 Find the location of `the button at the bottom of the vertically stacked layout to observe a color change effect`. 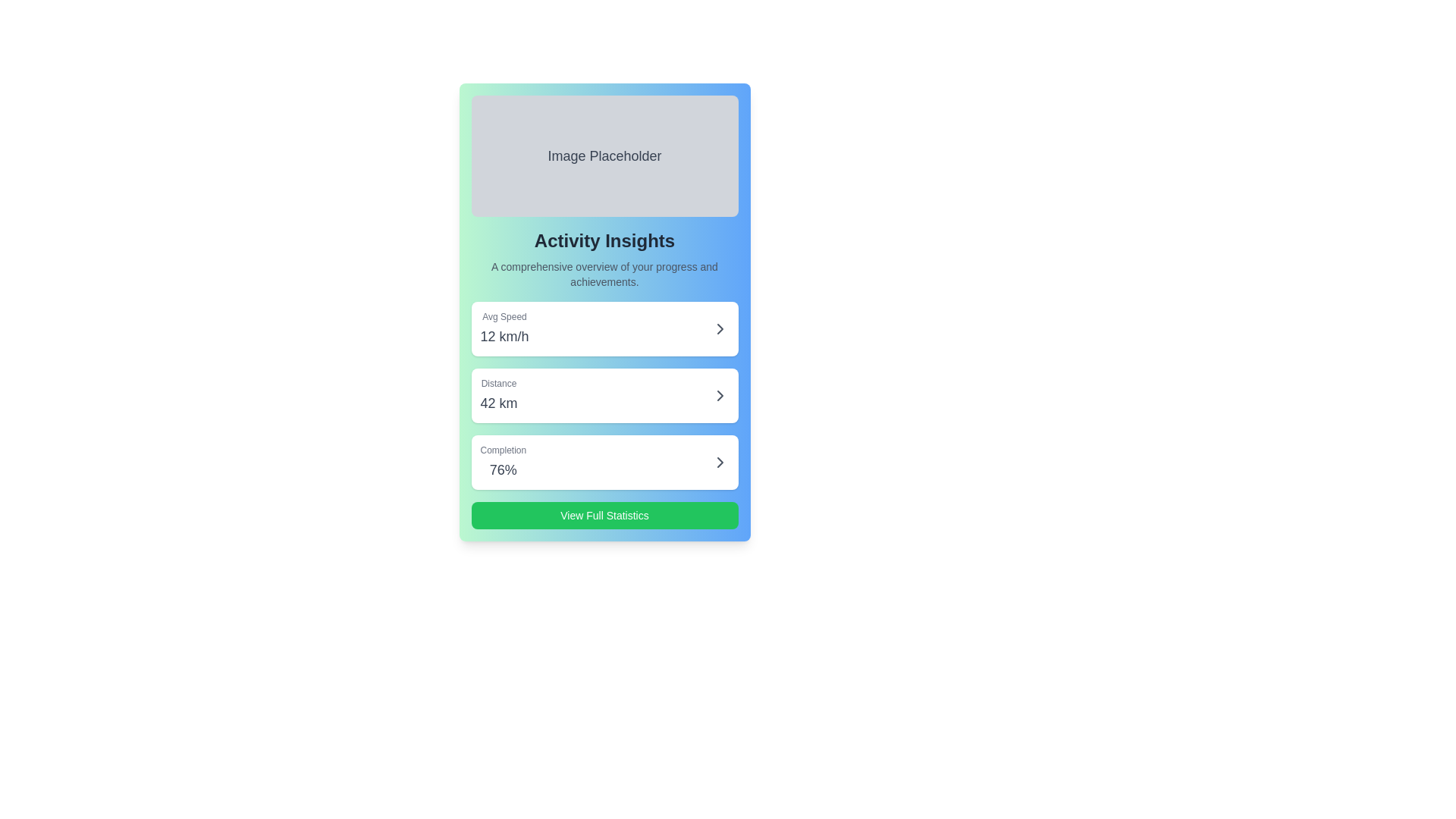

the button at the bottom of the vertically stacked layout to observe a color change effect is located at coordinates (604, 514).